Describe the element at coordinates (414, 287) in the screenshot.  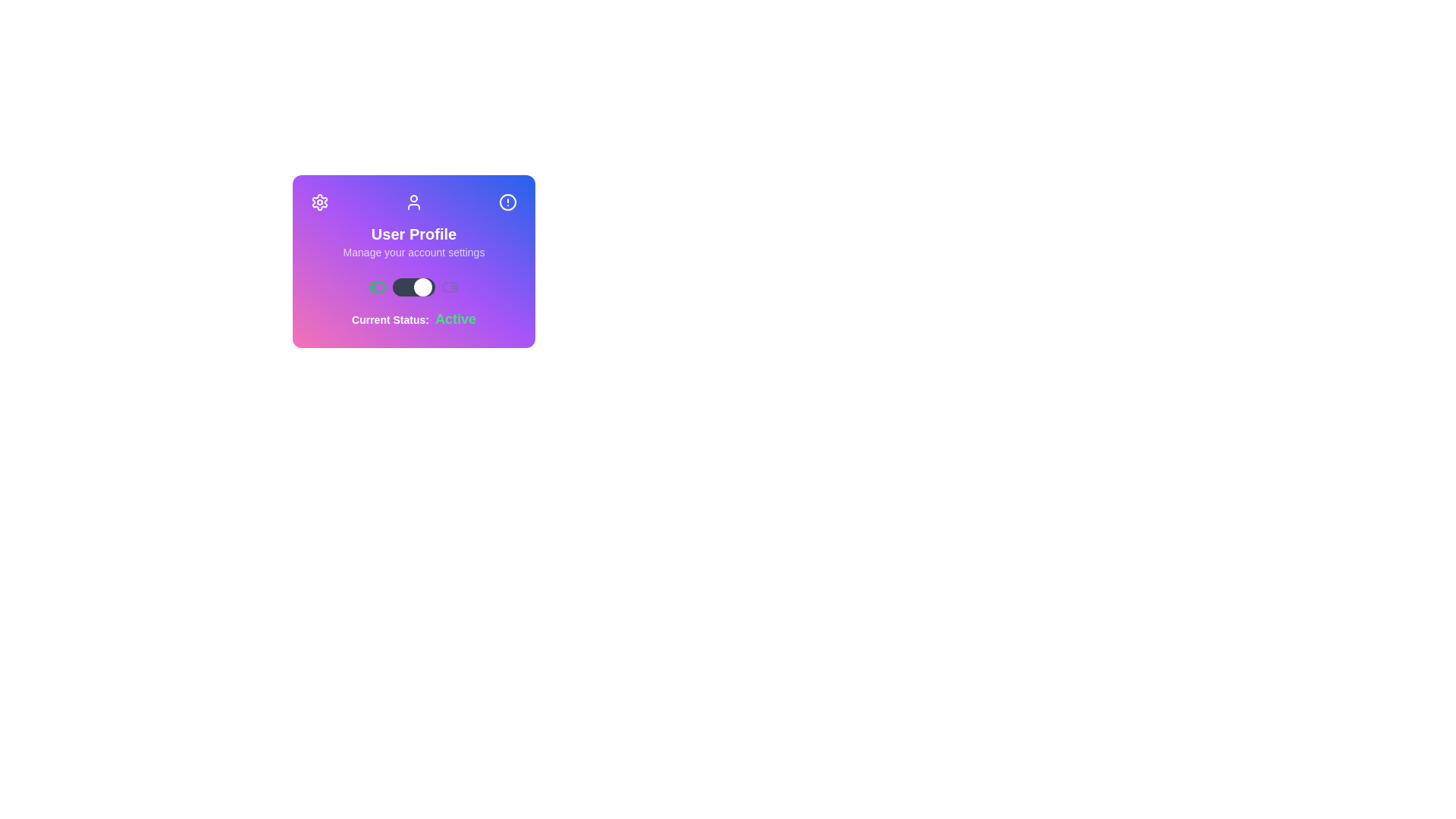
I see `the central toggle switch, which is a horizontal toggle with a dark background and a white circular toggle indicating its active state, to change its state` at that location.